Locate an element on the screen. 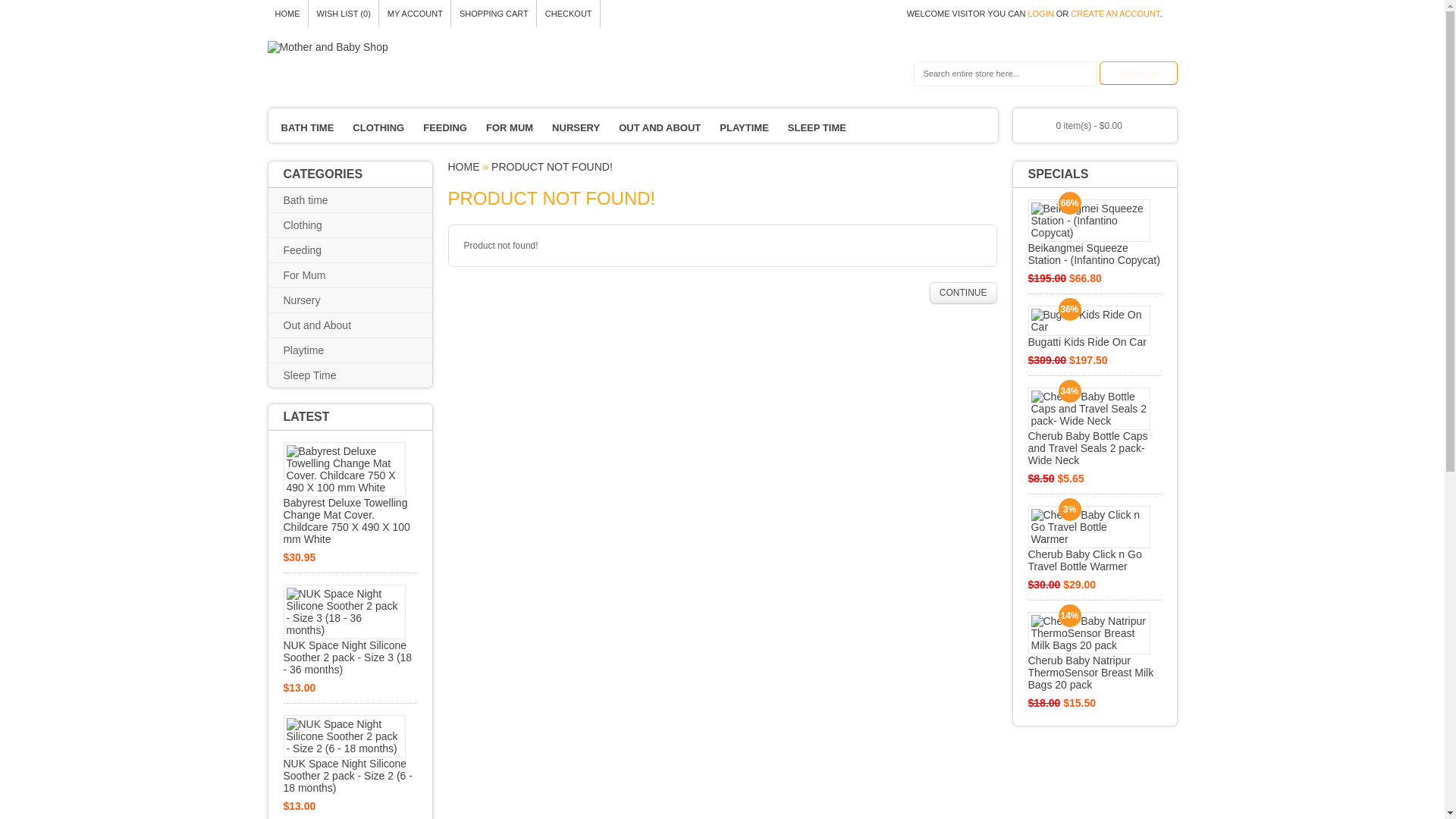  'CONTINUE' is located at coordinates (962, 292).